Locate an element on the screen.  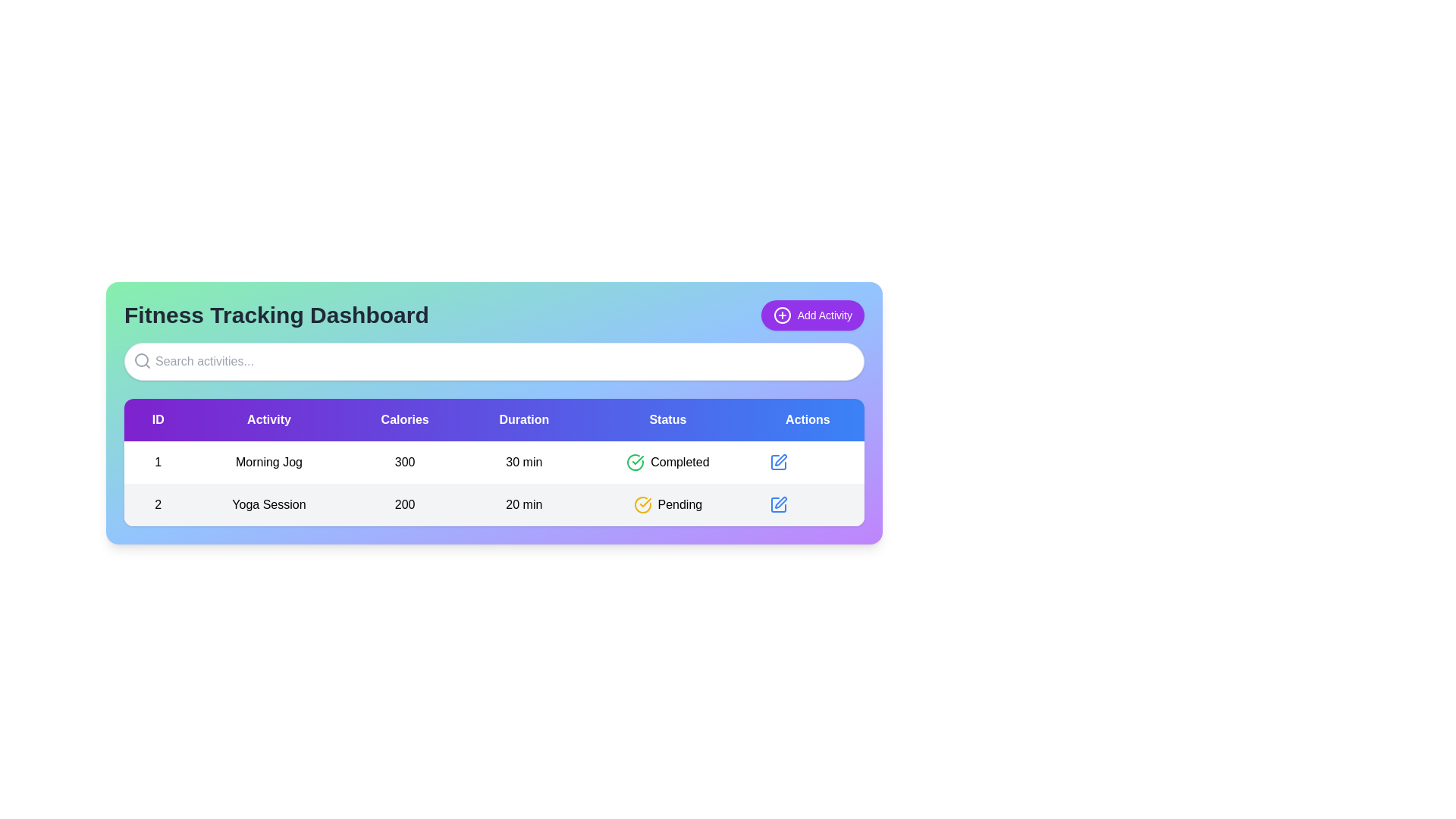
the pending status icon located to the left of the 'Pending' text in the 'Status' column of the second row in the data table is located at coordinates (642, 505).